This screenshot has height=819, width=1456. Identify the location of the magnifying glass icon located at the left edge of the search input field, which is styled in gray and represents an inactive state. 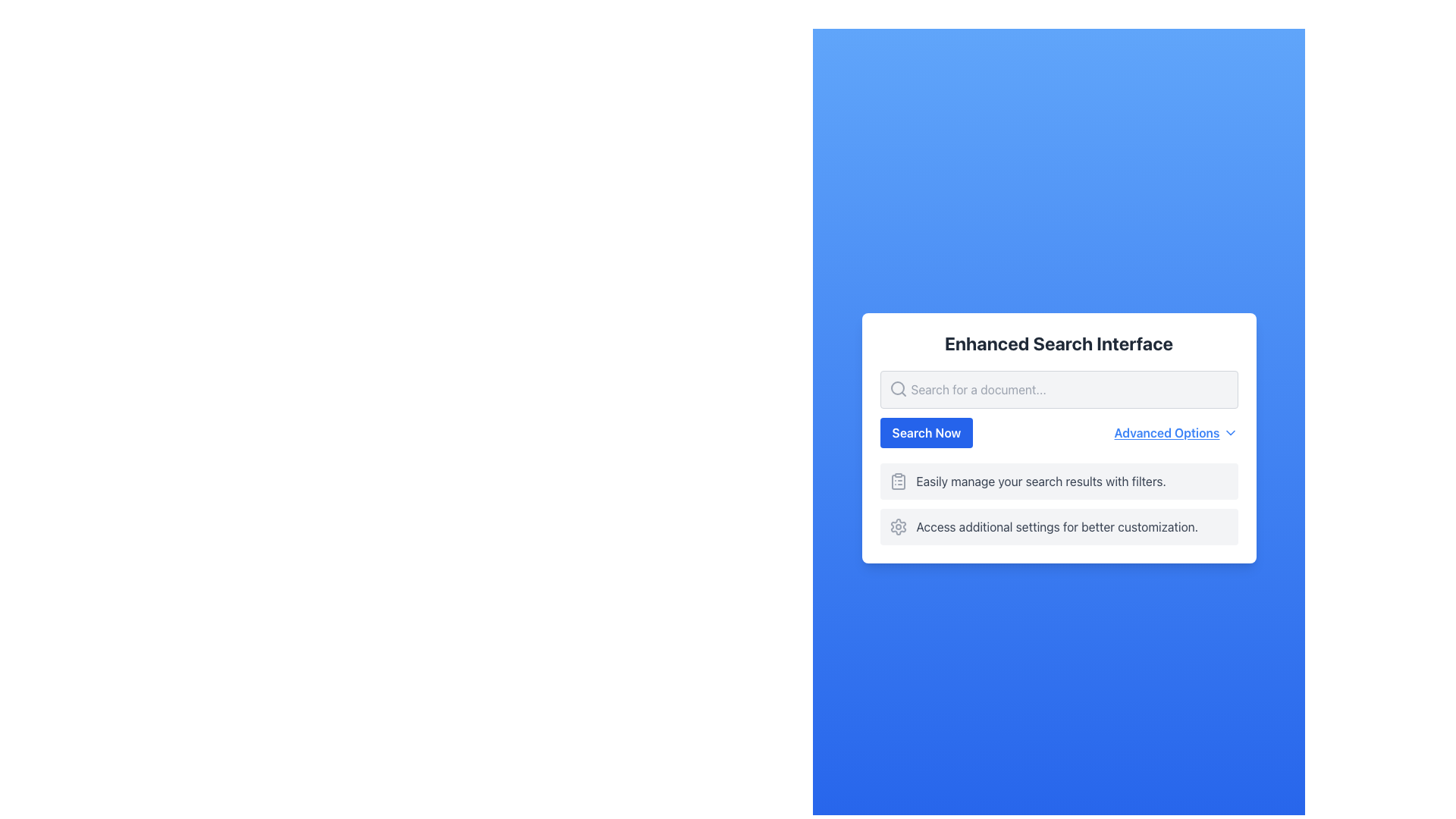
(898, 388).